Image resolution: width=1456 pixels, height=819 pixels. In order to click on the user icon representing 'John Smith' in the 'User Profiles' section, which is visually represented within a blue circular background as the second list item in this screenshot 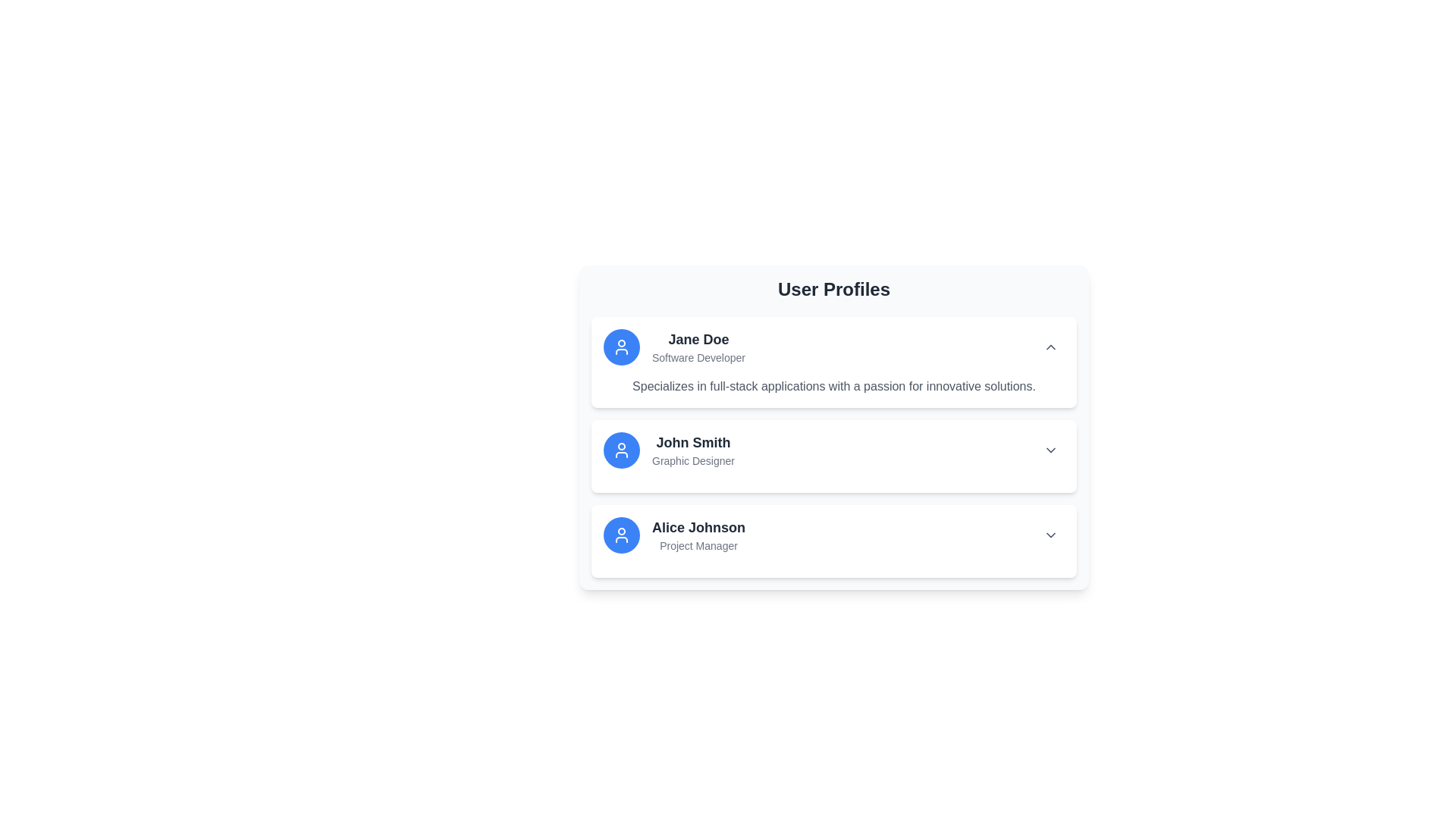, I will do `click(622, 450)`.